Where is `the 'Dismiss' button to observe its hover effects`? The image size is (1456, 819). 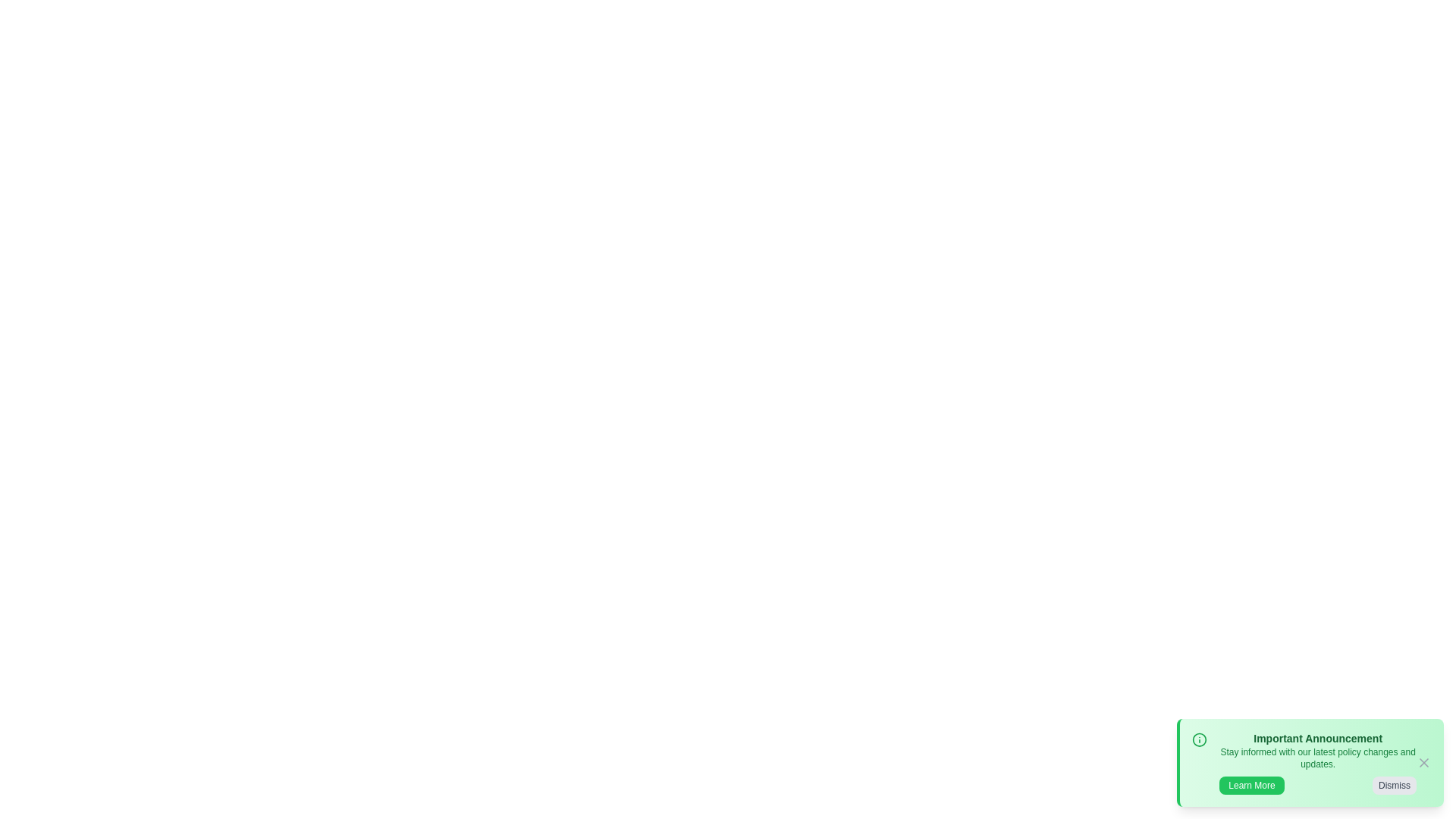 the 'Dismiss' button to observe its hover effects is located at coordinates (1394, 785).